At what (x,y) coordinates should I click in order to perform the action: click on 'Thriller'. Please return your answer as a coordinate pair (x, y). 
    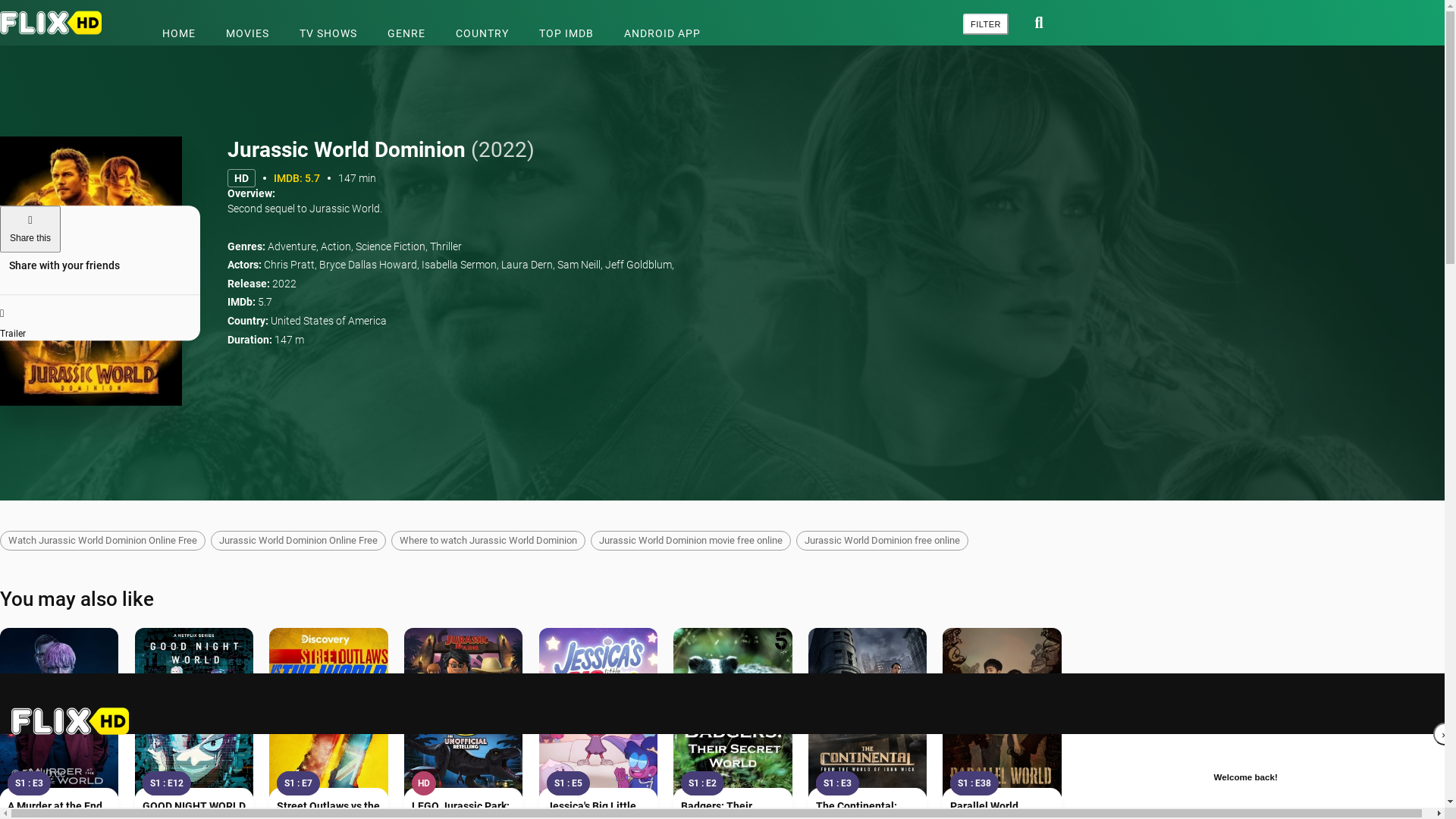
    Looking at the image, I should click on (445, 245).